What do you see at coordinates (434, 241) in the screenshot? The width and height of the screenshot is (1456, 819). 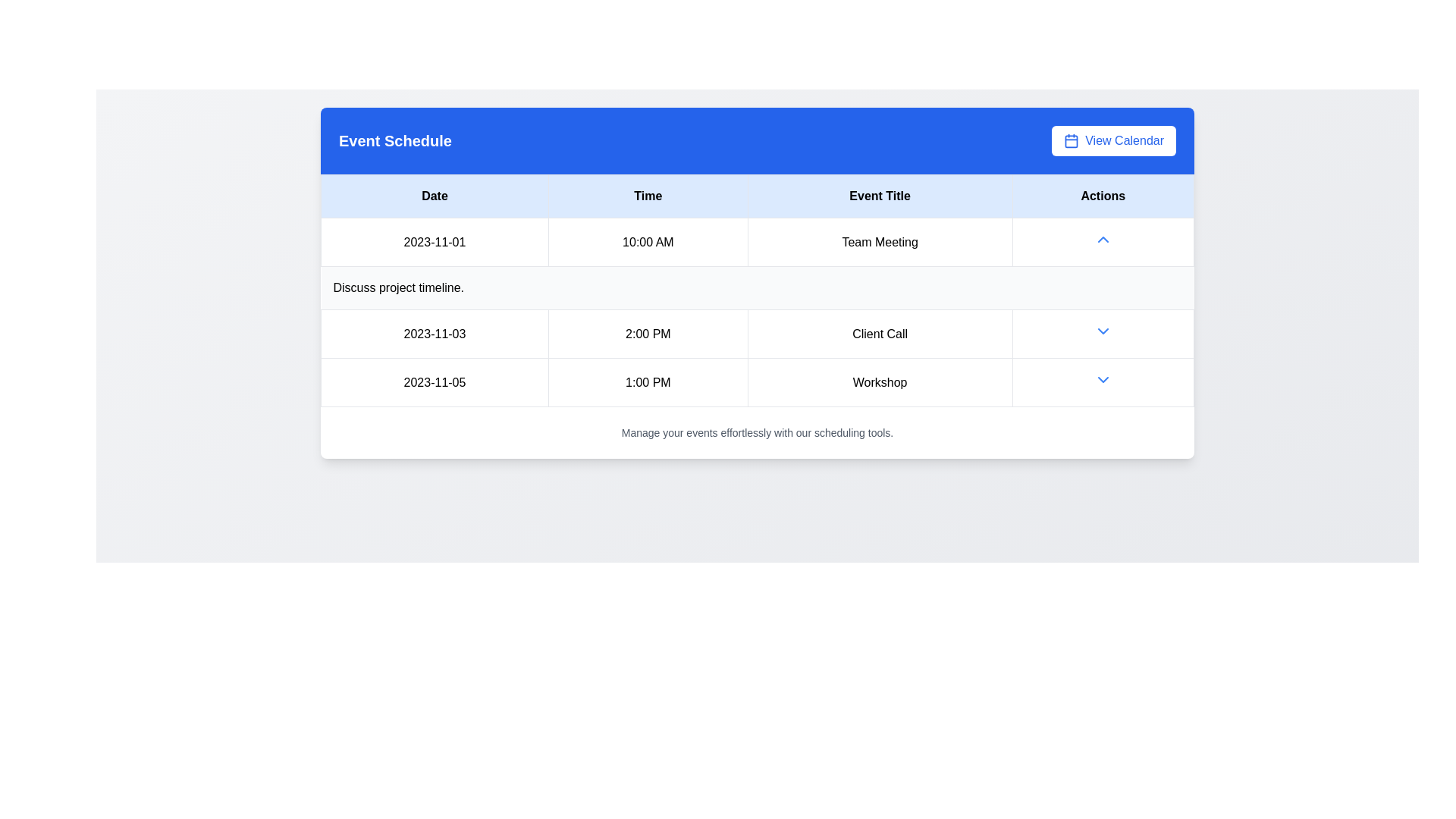 I see `the static text display showing the date '2023-11-01', located in the first row of the 'Date' column of the data table` at bounding box center [434, 241].